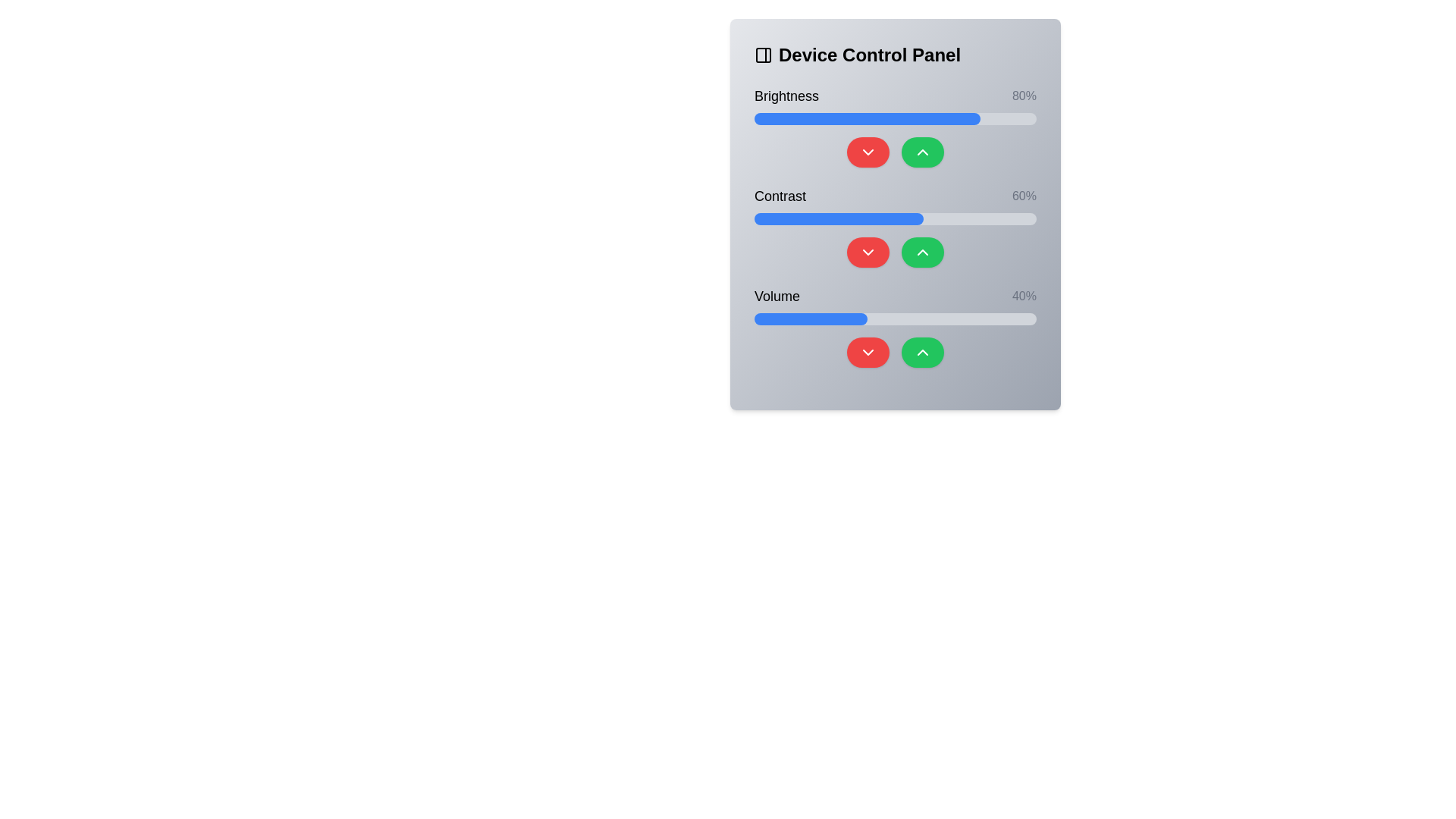 The image size is (1456, 819). What do you see at coordinates (878, 318) in the screenshot?
I see `the progress of the slider` at bounding box center [878, 318].